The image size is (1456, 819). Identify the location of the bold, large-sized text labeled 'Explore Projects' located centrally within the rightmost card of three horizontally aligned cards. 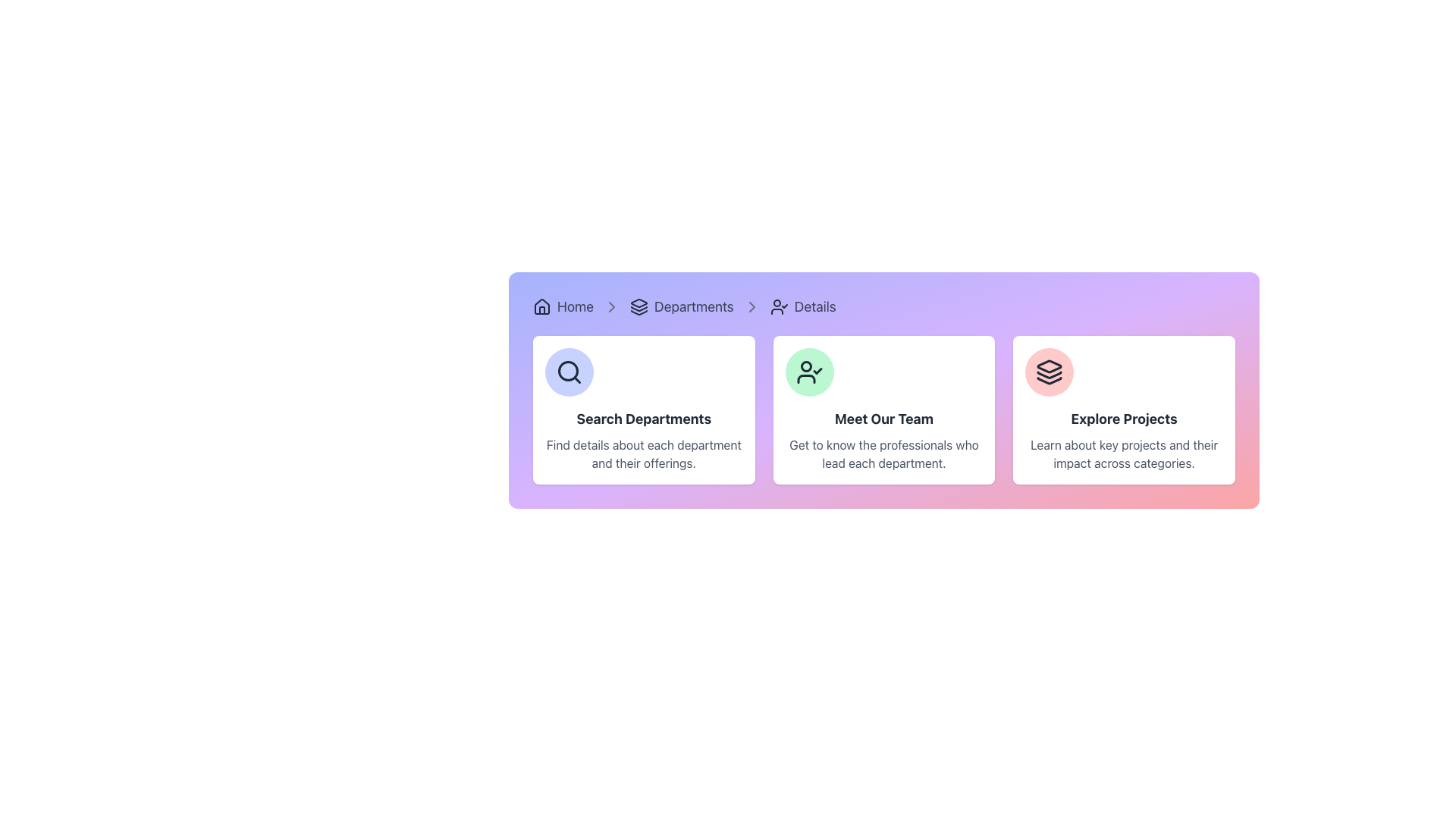
(1124, 419).